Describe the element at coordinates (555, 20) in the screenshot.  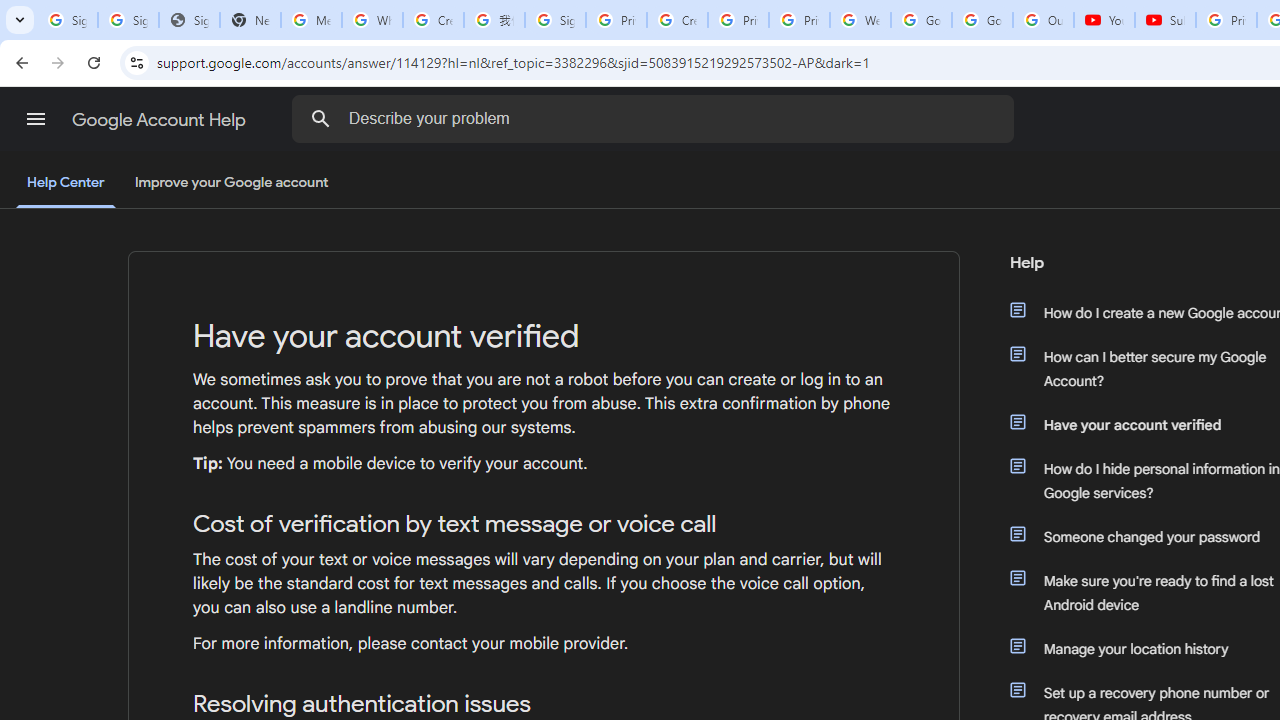
I see `'Sign in - Google Accounts'` at that location.